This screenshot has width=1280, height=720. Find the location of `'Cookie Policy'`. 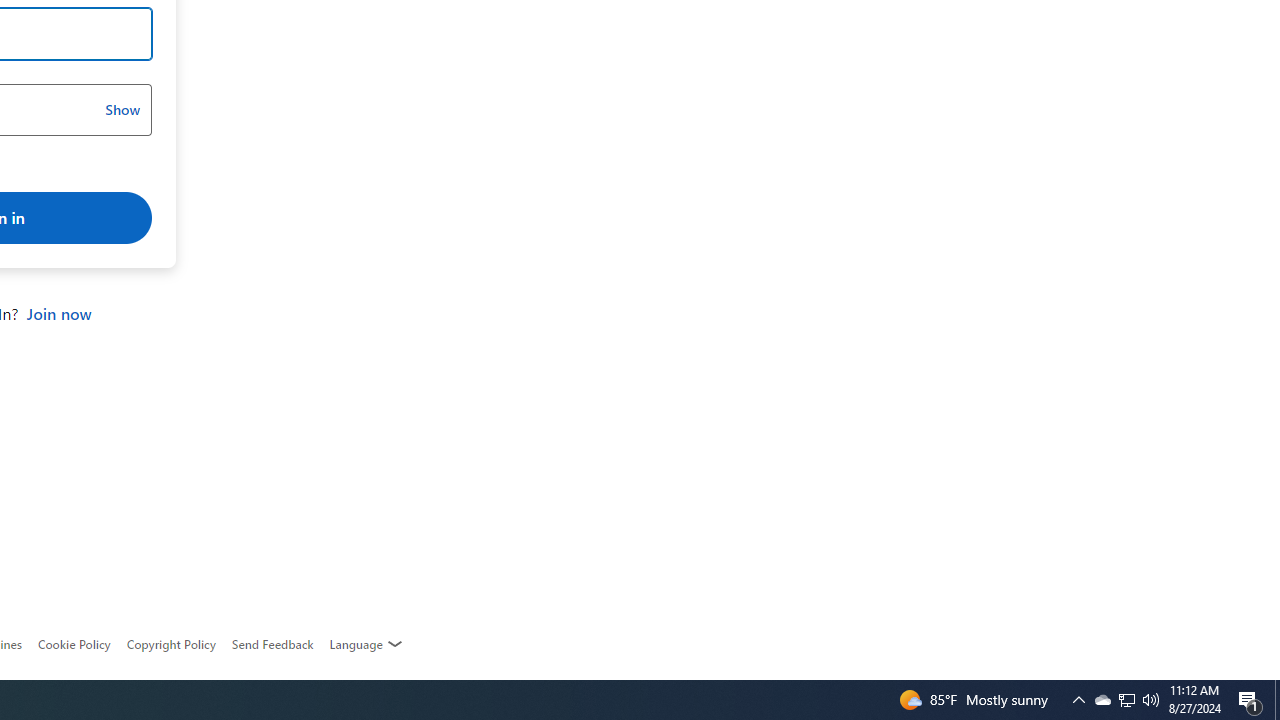

'Cookie Policy' is located at coordinates (74, 644).